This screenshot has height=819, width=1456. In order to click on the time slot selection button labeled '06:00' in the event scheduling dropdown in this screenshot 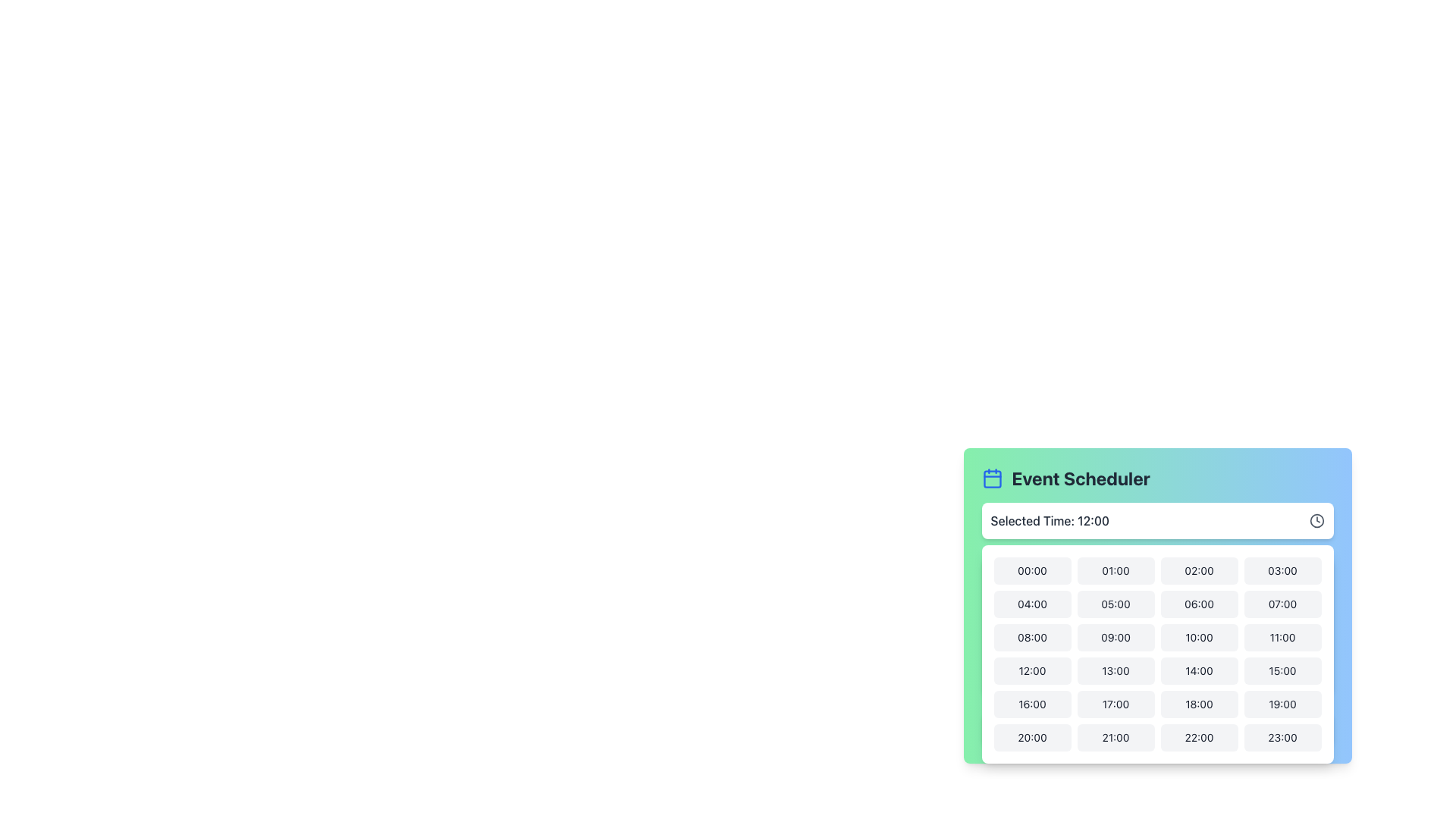, I will do `click(1156, 604)`.